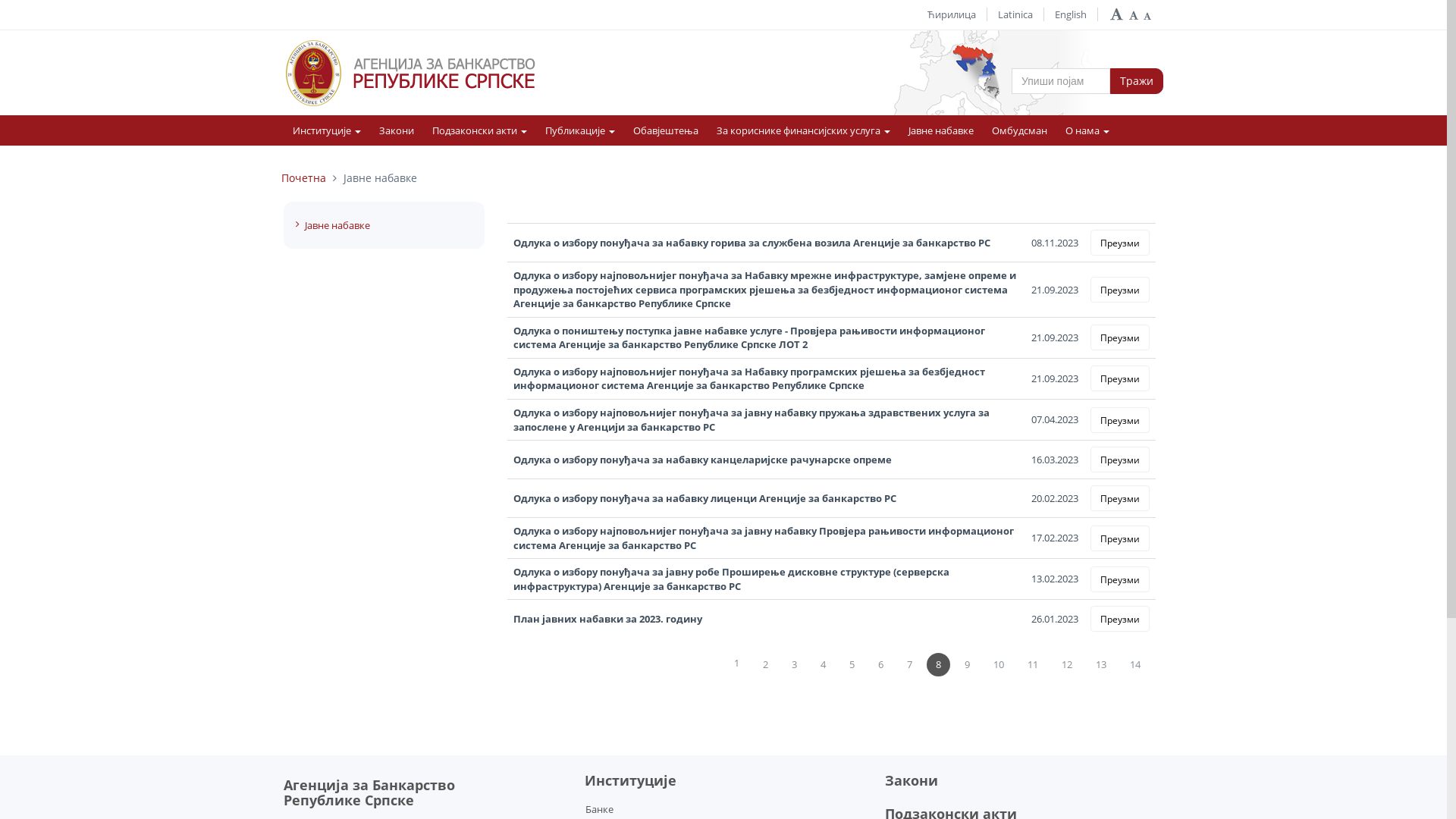 The height and width of the screenshot is (819, 1456). I want to click on '1', so click(723, 664).